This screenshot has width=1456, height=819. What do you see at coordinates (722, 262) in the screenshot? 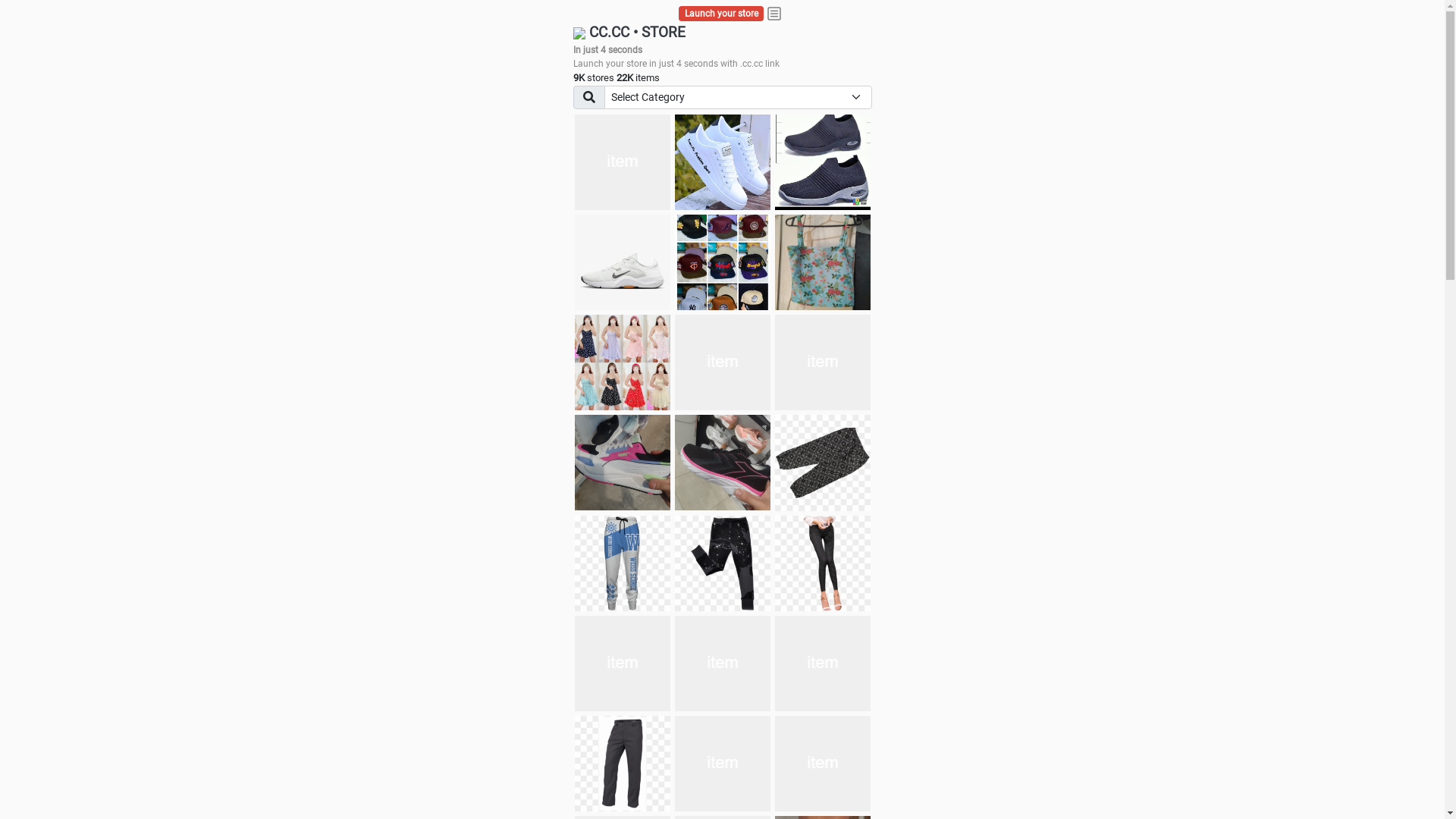
I see `'Things we need'` at bounding box center [722, 262].